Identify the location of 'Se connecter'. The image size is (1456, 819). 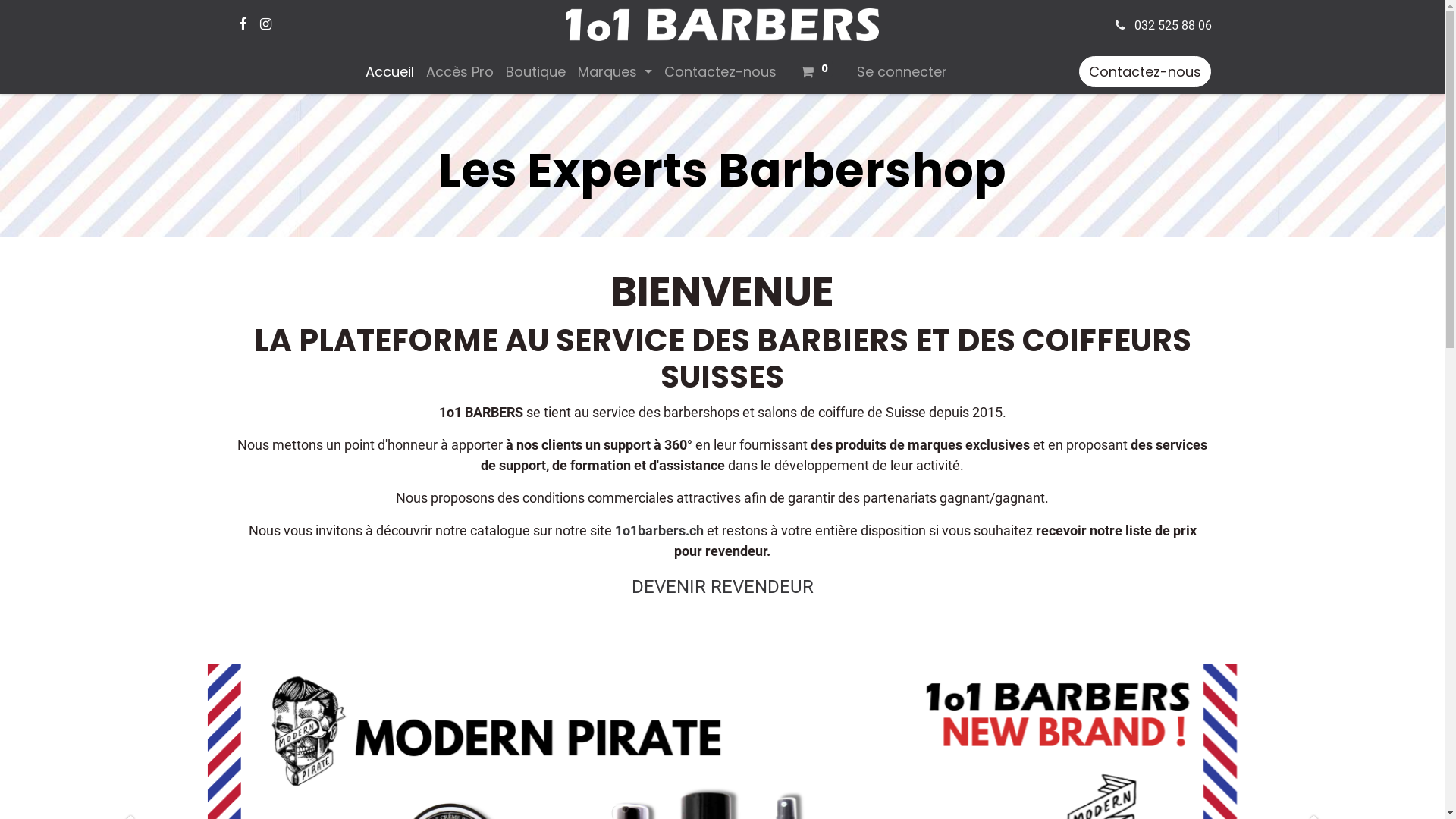
(902, 71).